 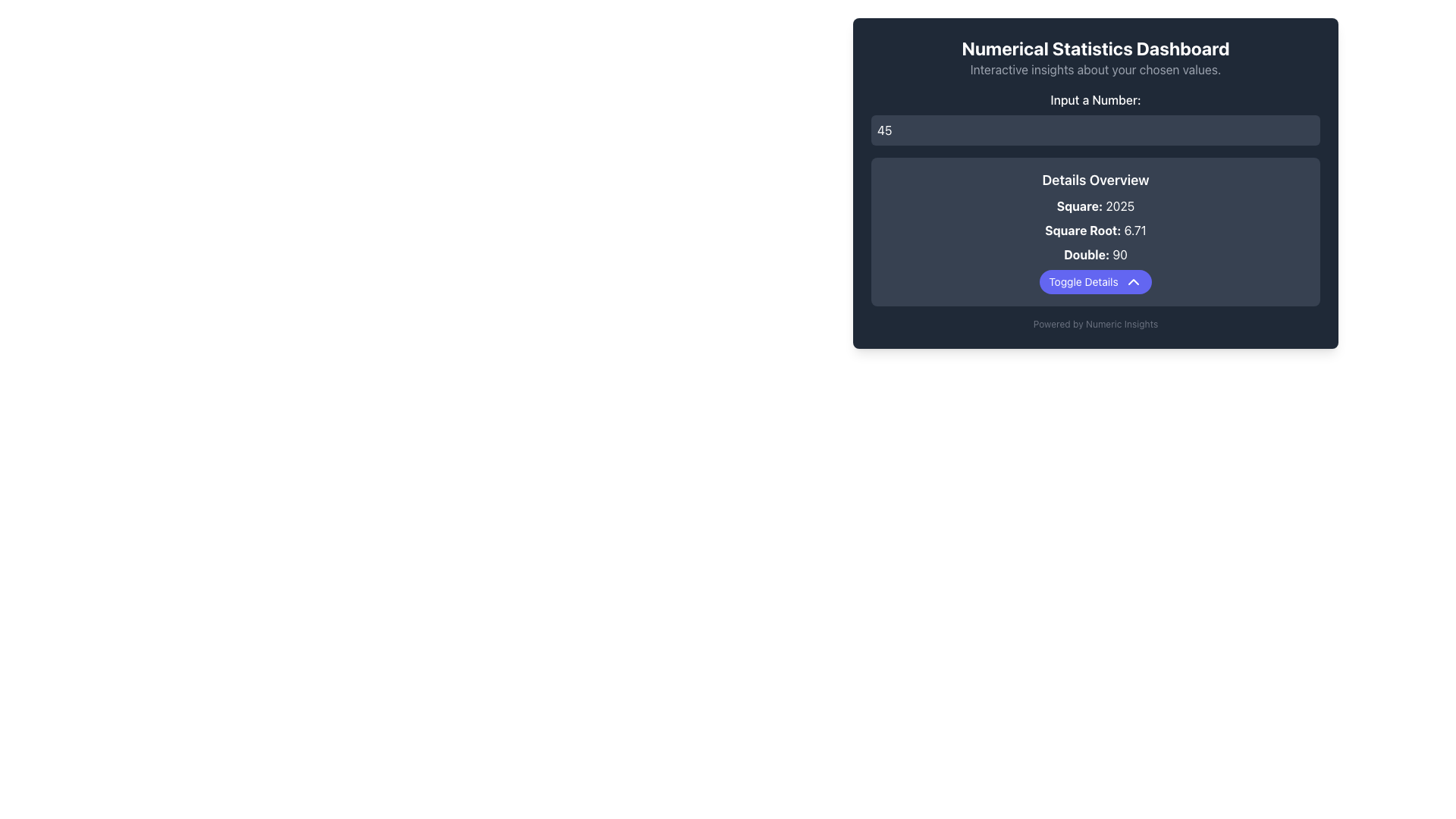 What do you see at coordinates (1095, 281) in the screenshot?
I see `the toggle button located at the bottom of the 'Details Overview' section` at bounding box center [1095, 281].